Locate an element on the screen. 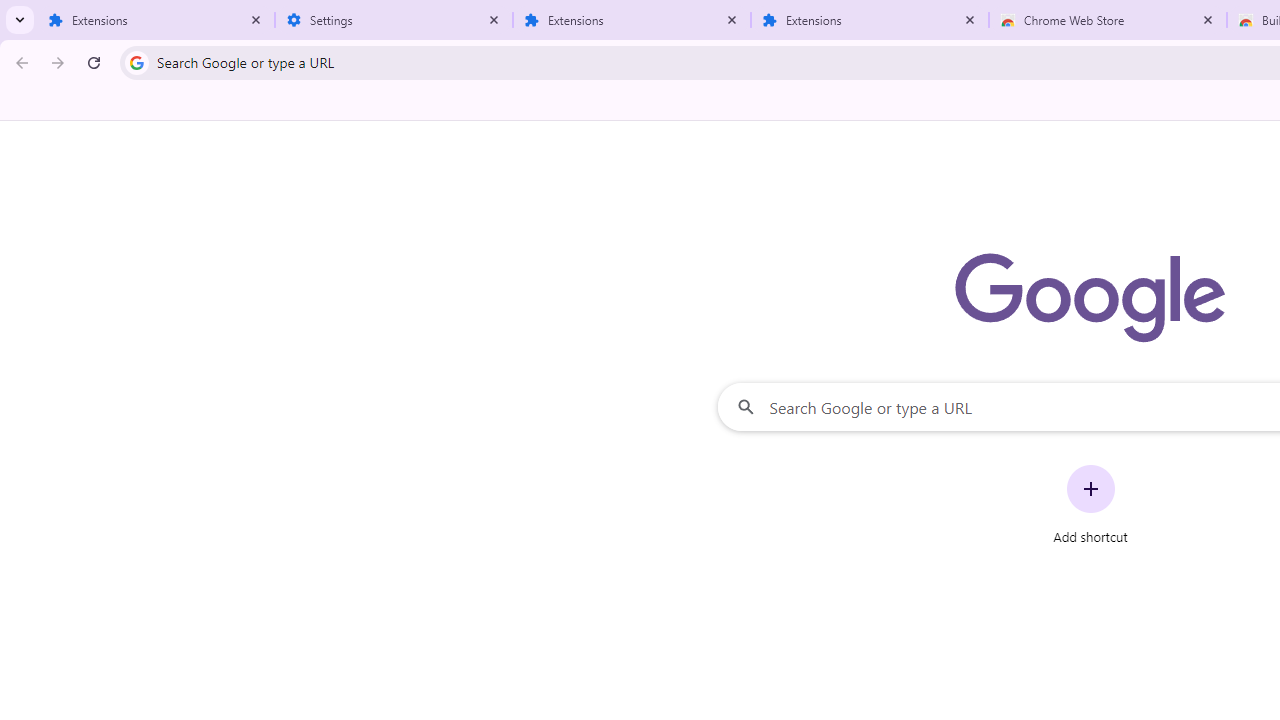 The height and width of the screenshot is (720, 1280). 'Chrome Web Store' is located at coordinates (1107, 20).